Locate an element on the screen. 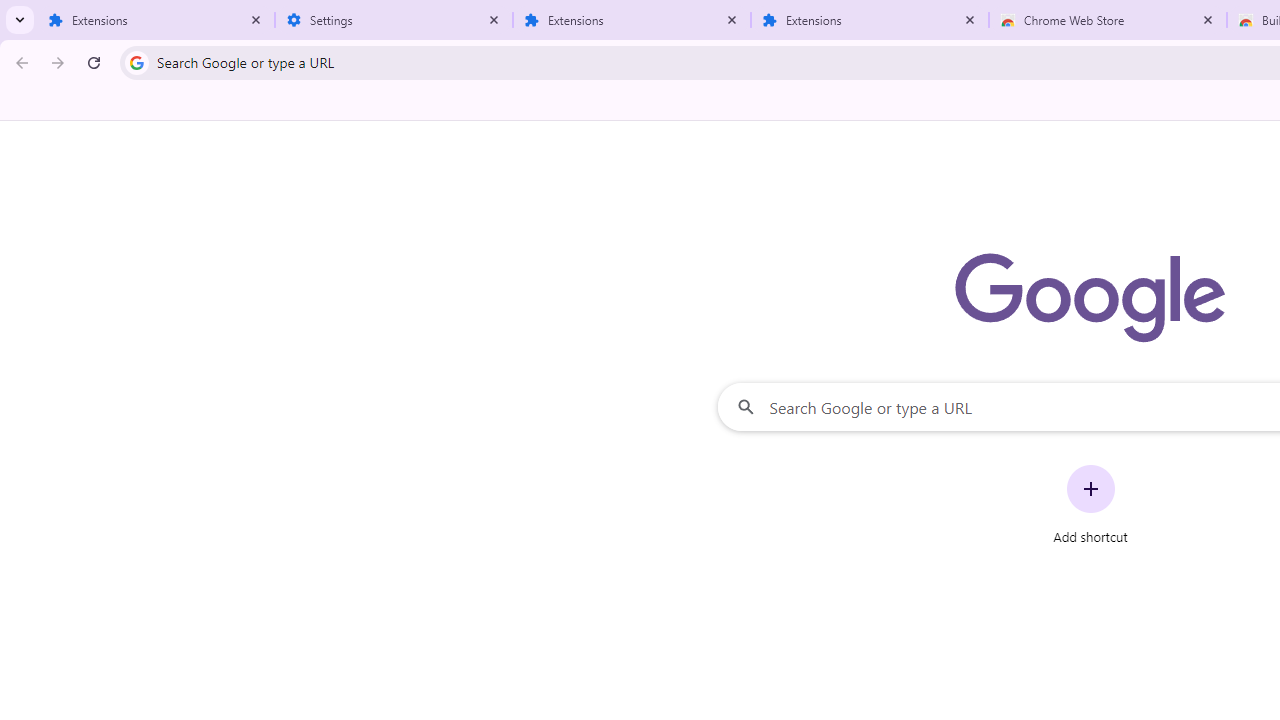 The height and width of the screenshot is (720, 1280). 'Chrome Web Store' is located at coordinates (1107, 20).